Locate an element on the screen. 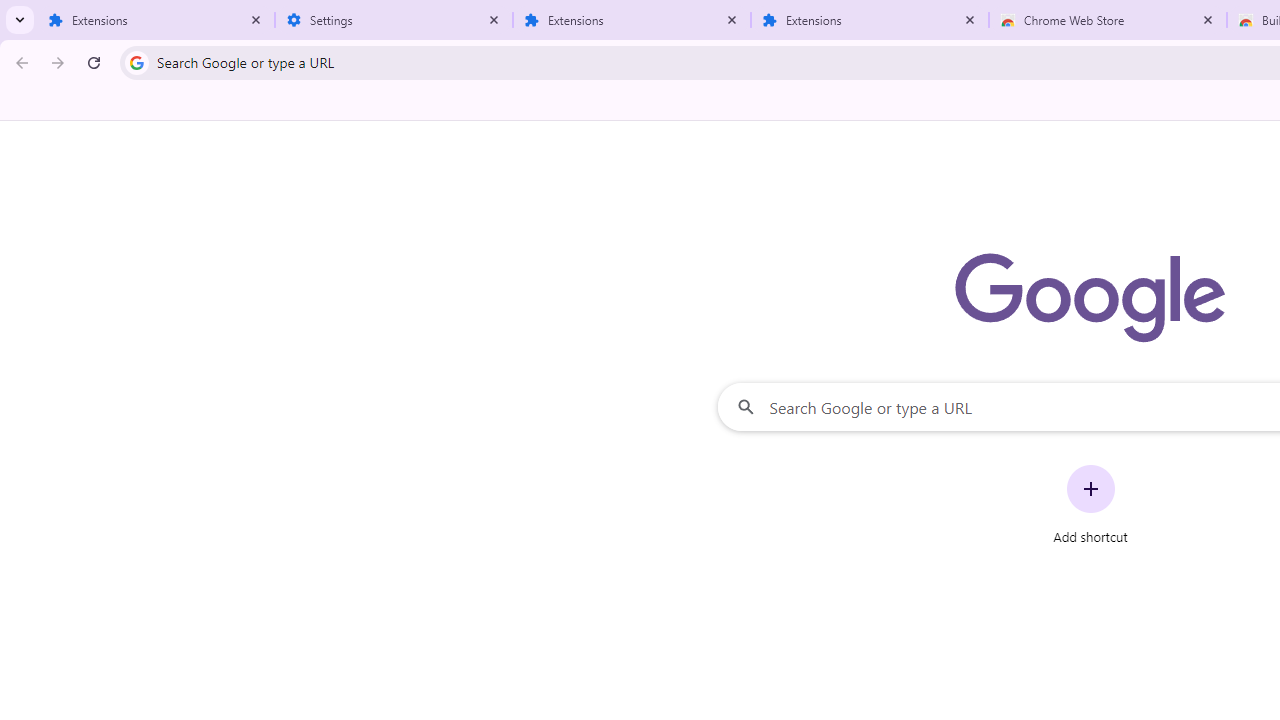 The height and width of the screenshot is (720, 1280). 'Chrome Web Store' is located at coordinates (1107, 20).